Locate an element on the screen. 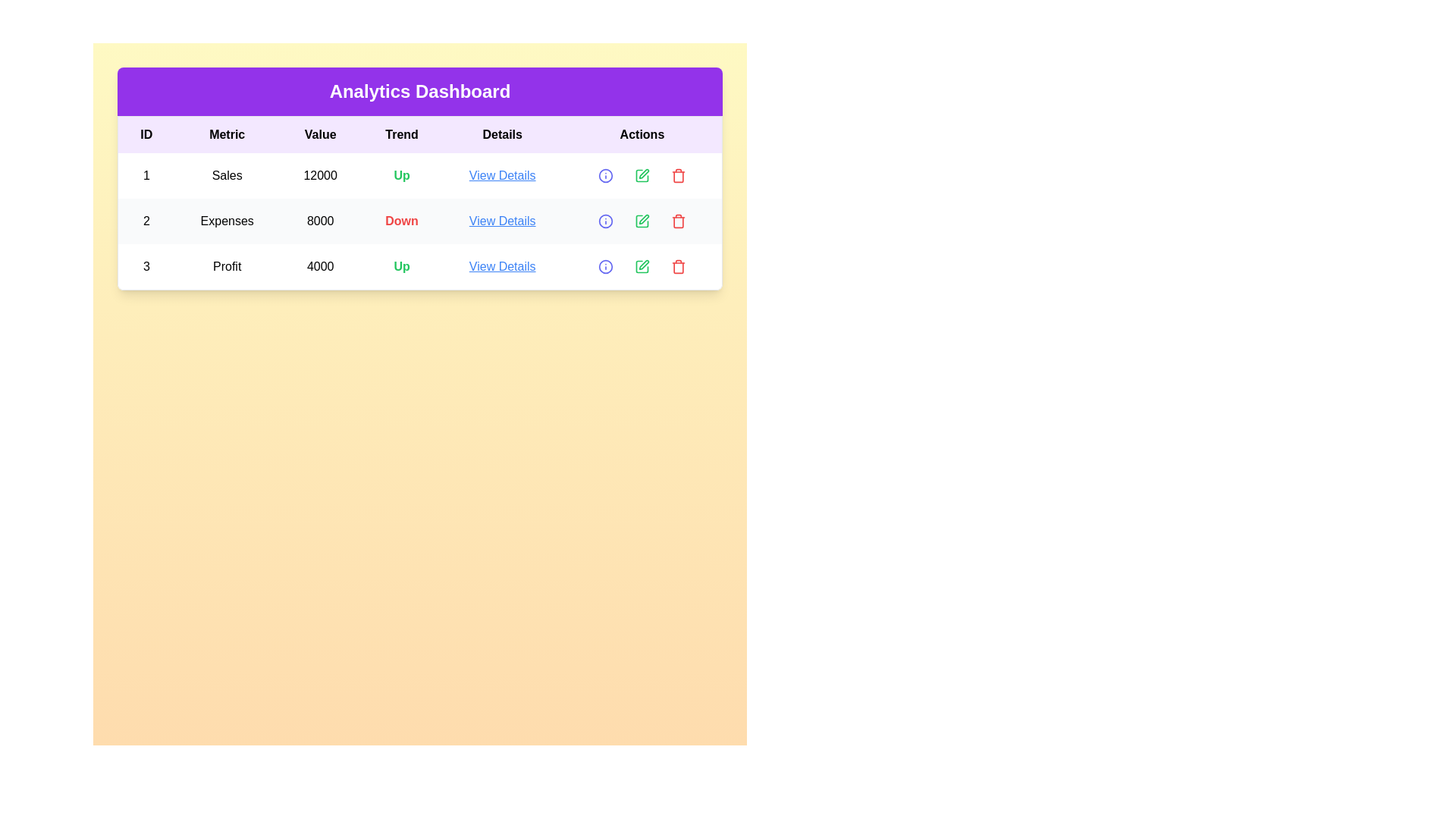 This screenshot has height=819, width=1456. the Table Cell element displaying the numerical identifier '3' located in the leftmost column of the third row of the data table is located at coordinates (146, 265).